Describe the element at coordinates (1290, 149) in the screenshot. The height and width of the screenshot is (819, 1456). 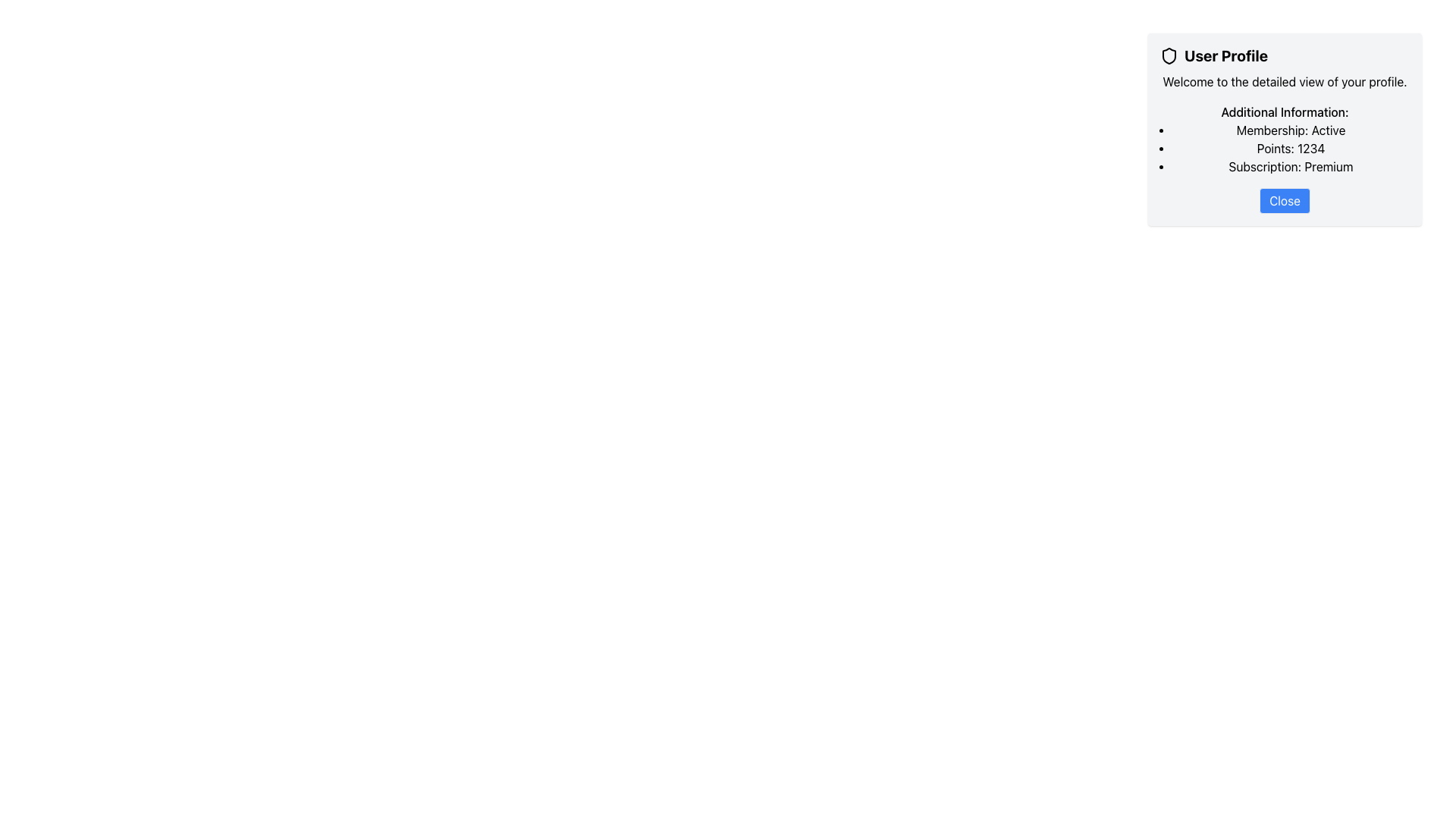
I see `the total points value text element, which is the second item in the bulleted list under the 'Additional Information' heading, if it is interactive` at that location.